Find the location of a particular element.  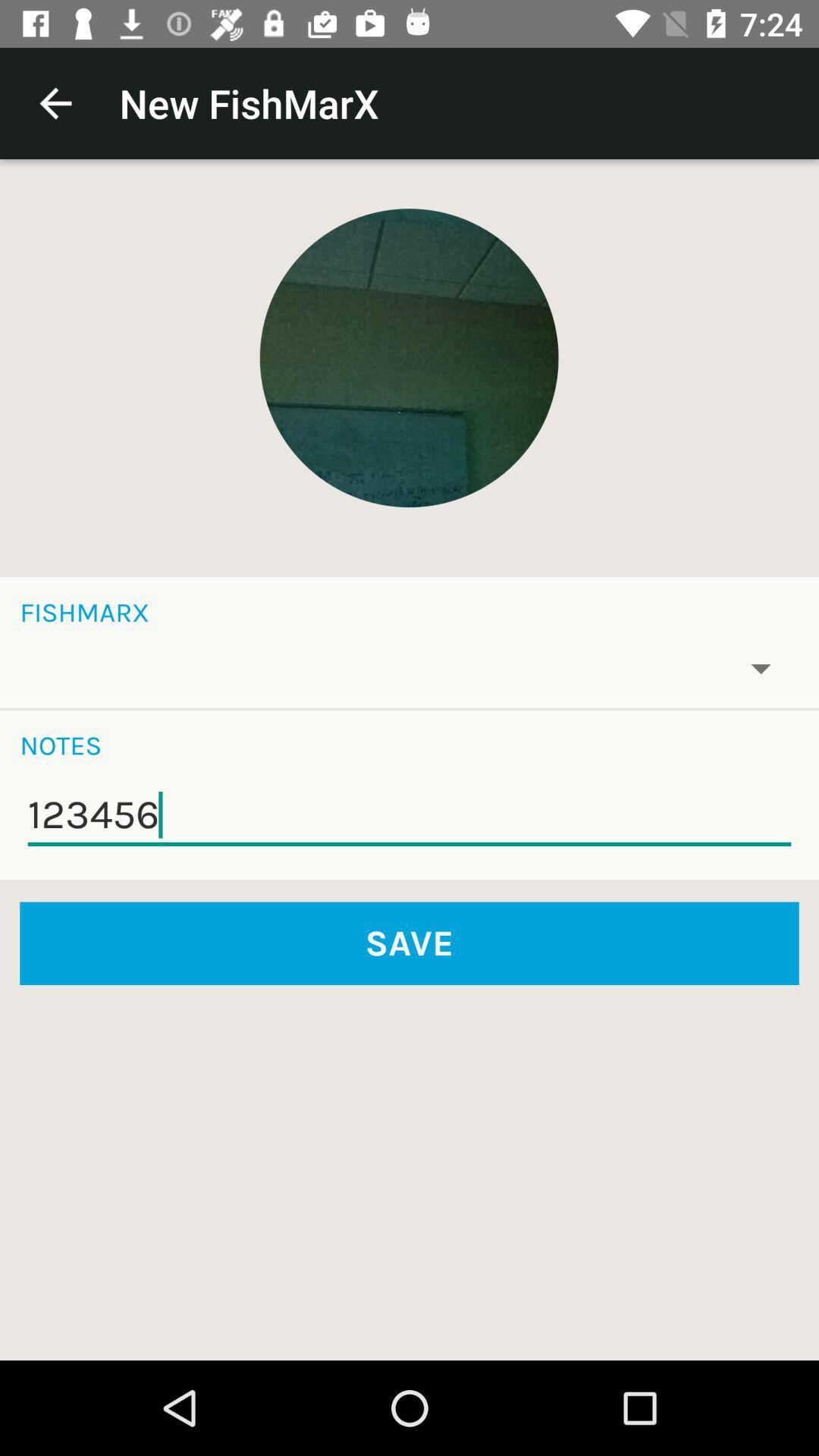

icon below notes icon is located at coordinates (409, 814).